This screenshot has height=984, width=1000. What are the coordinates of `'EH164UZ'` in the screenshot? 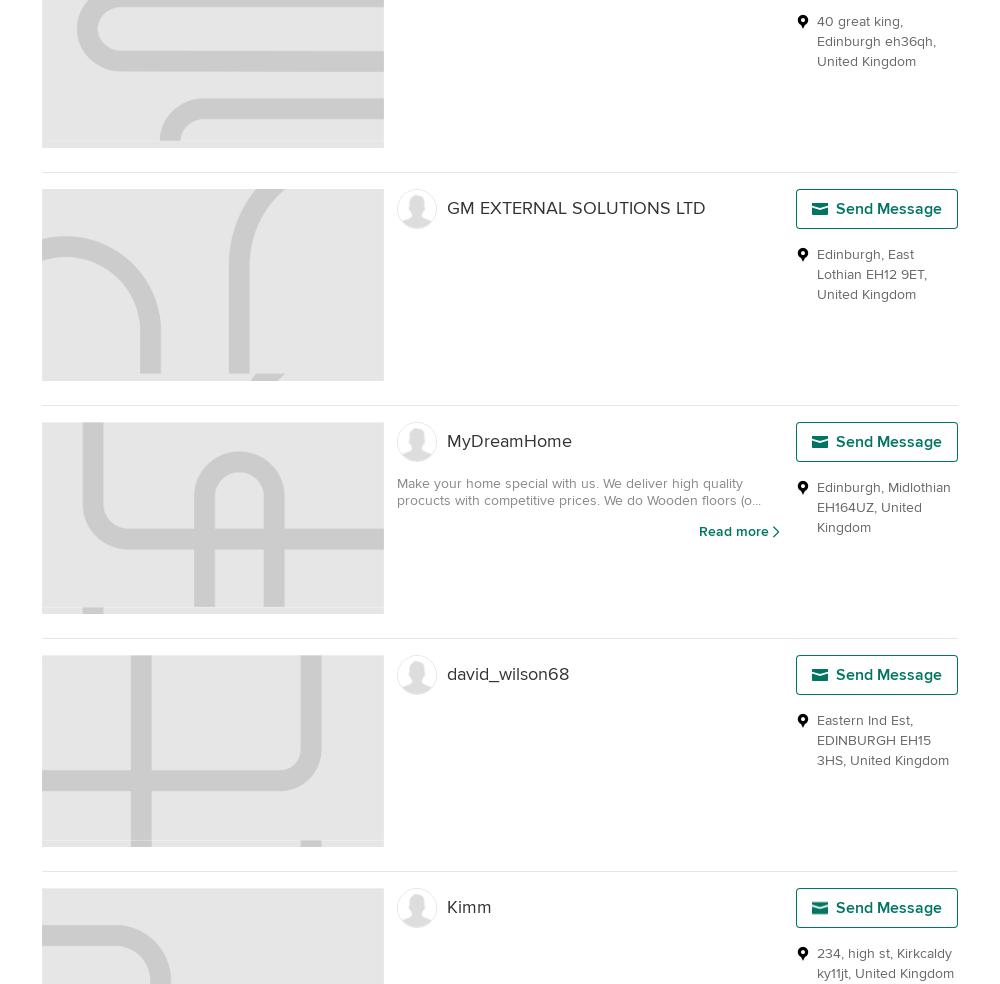 It's located at (816, 506).